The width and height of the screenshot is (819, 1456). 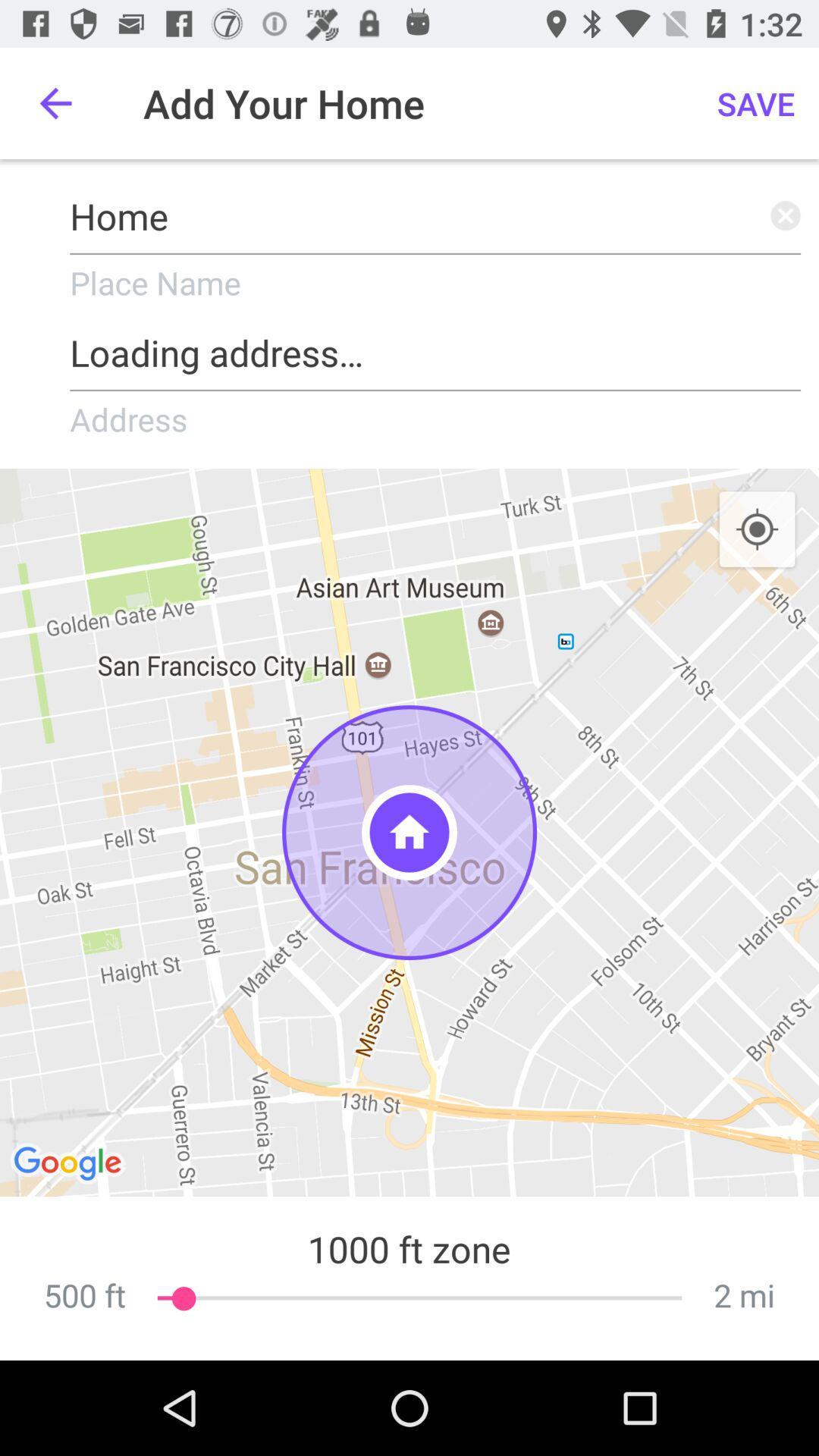 What do you see at coordinates (55, 102) in the screenshot?
I see `icon above home icon` at bounding box center [55, 102].